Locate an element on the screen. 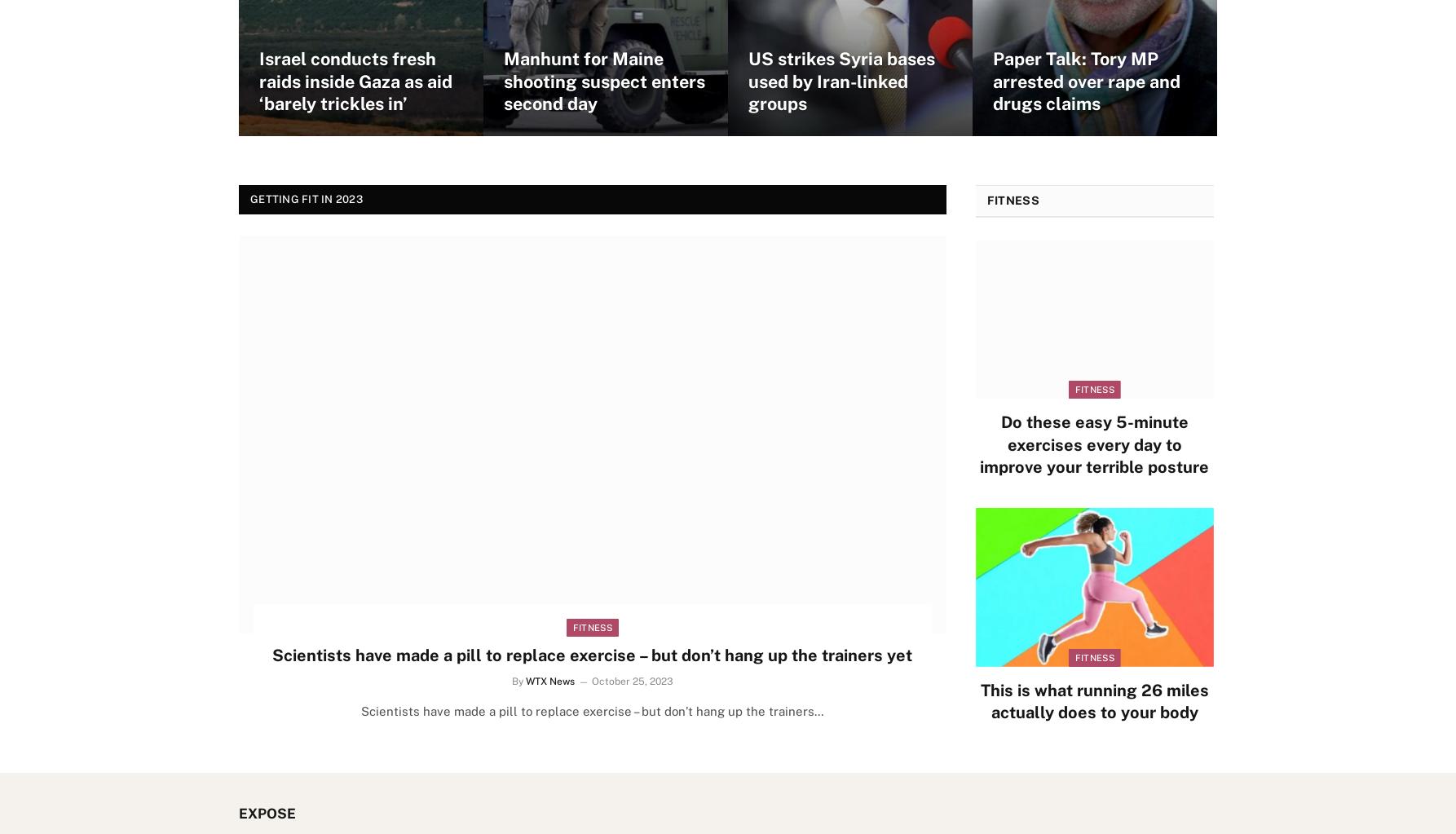 Image resolution: width=1456 pixels, height=834 pixels. 'Do these easy 5-minute exercises every day to improve your terrible posture' is located at coordinates (1093, 443).